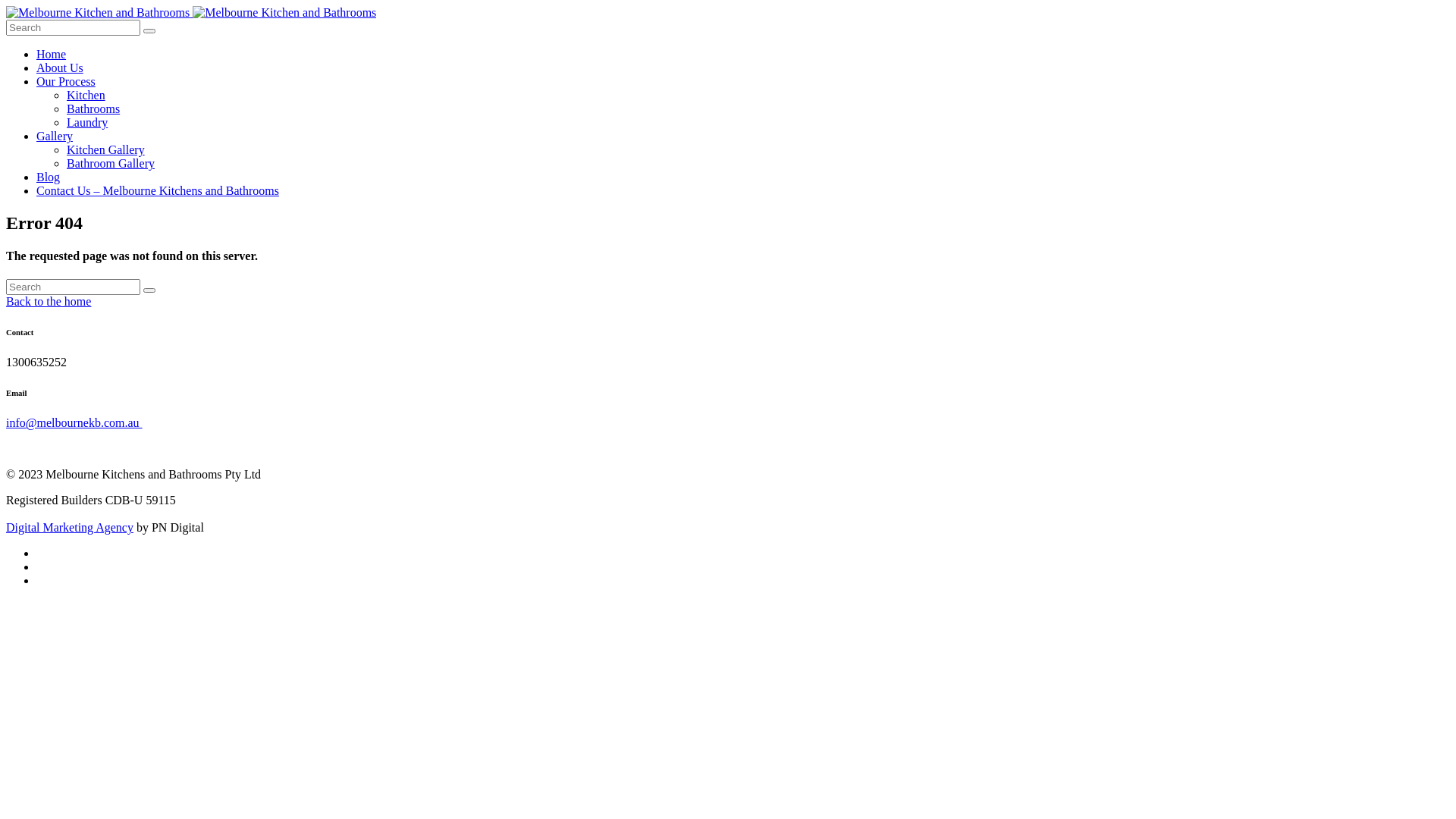 The width and height of the screenshot is (1456, 819). Describe the element at coordinates (36, 53) in the screenshot. I see `'Home'` at that location.